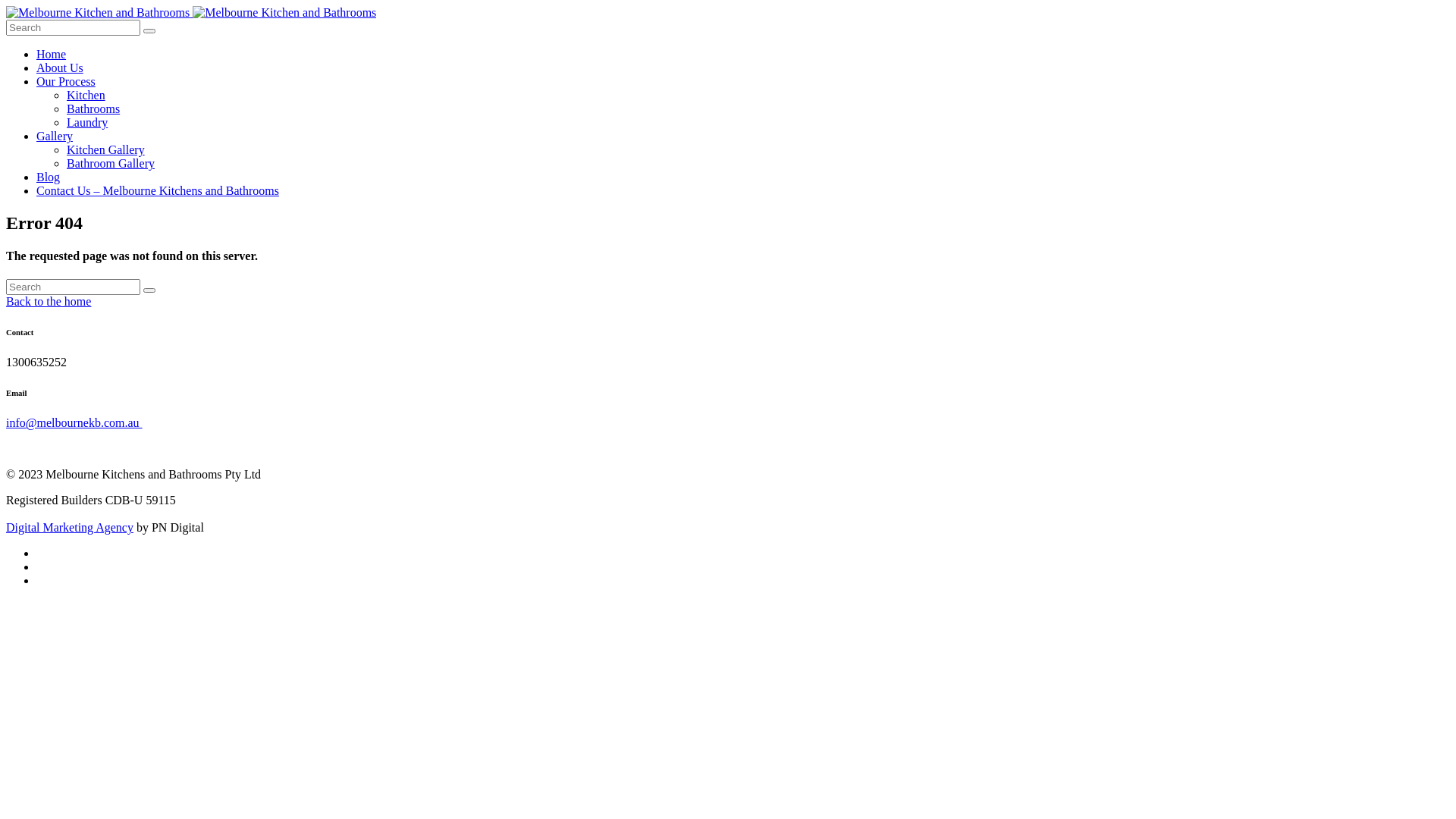 The width and height of the screenshot is (1456, 819). Describe the element at coordinates (36, 53) in the screenshot. I see `'Home'` at that location.